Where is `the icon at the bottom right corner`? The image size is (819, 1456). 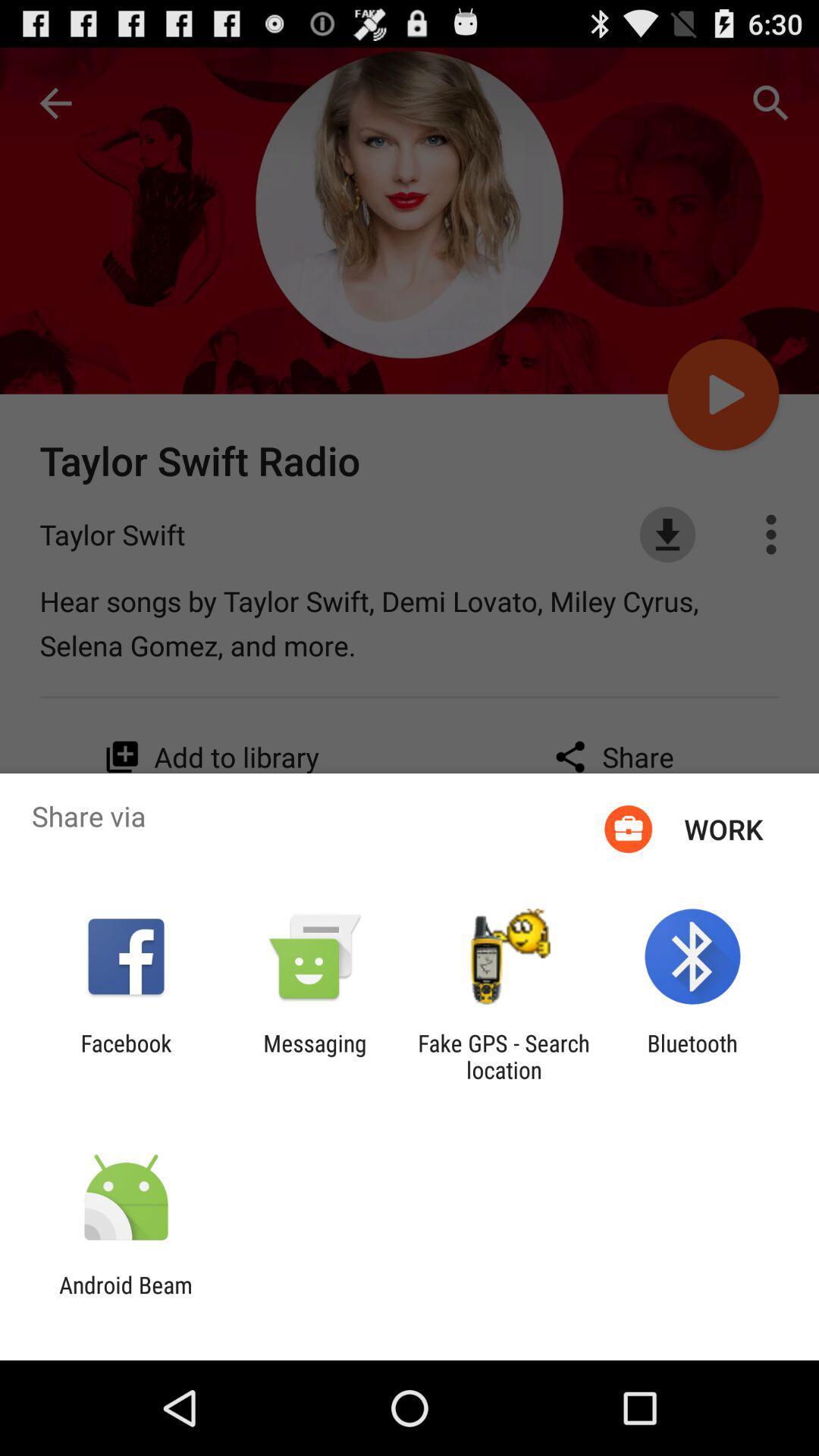
the icon at the bottom right corner is located at coordinates (692, 1056).